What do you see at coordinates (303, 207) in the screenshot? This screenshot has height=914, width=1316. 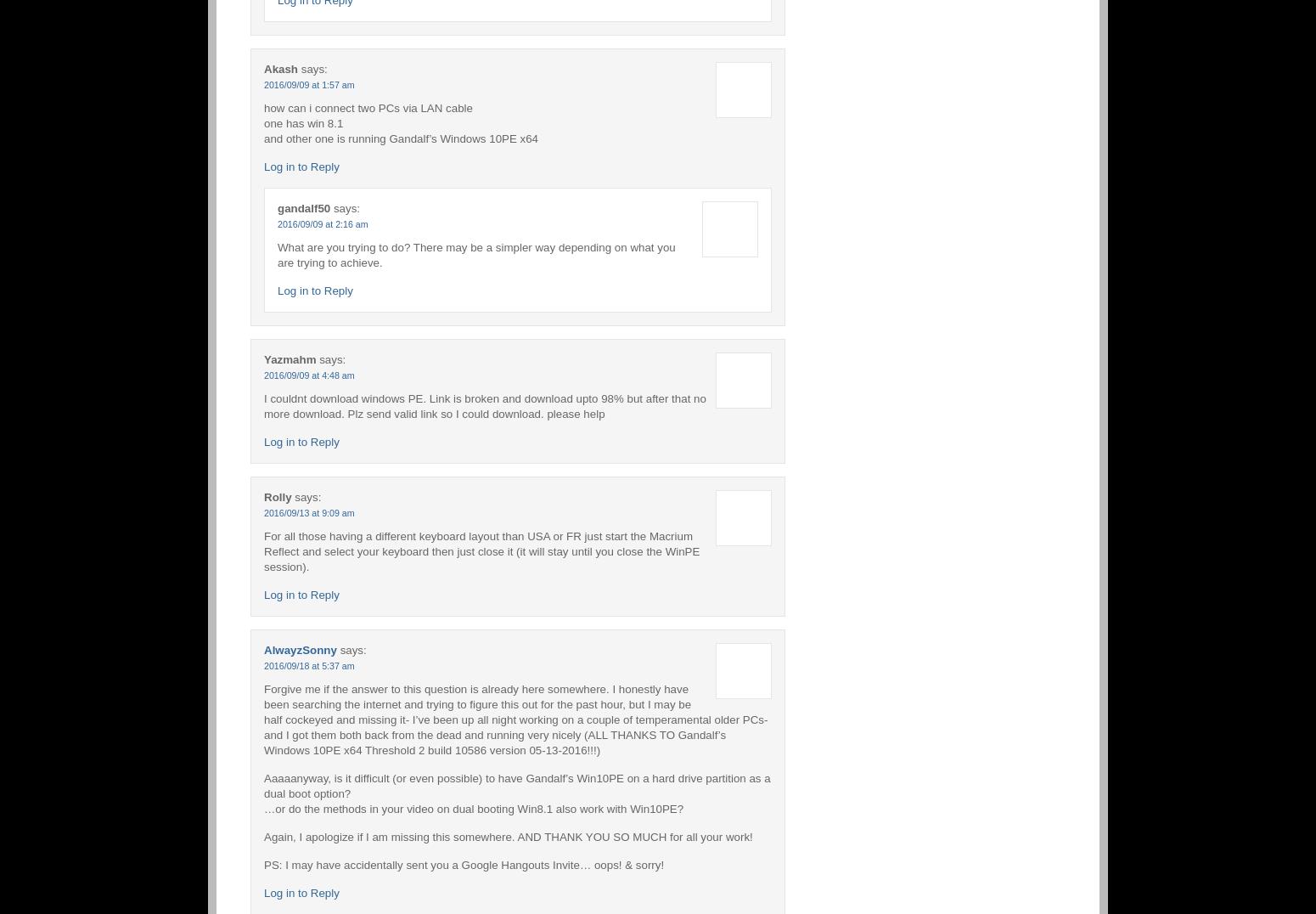 I see `'gandalf50'` at bounding box center [303, 207].